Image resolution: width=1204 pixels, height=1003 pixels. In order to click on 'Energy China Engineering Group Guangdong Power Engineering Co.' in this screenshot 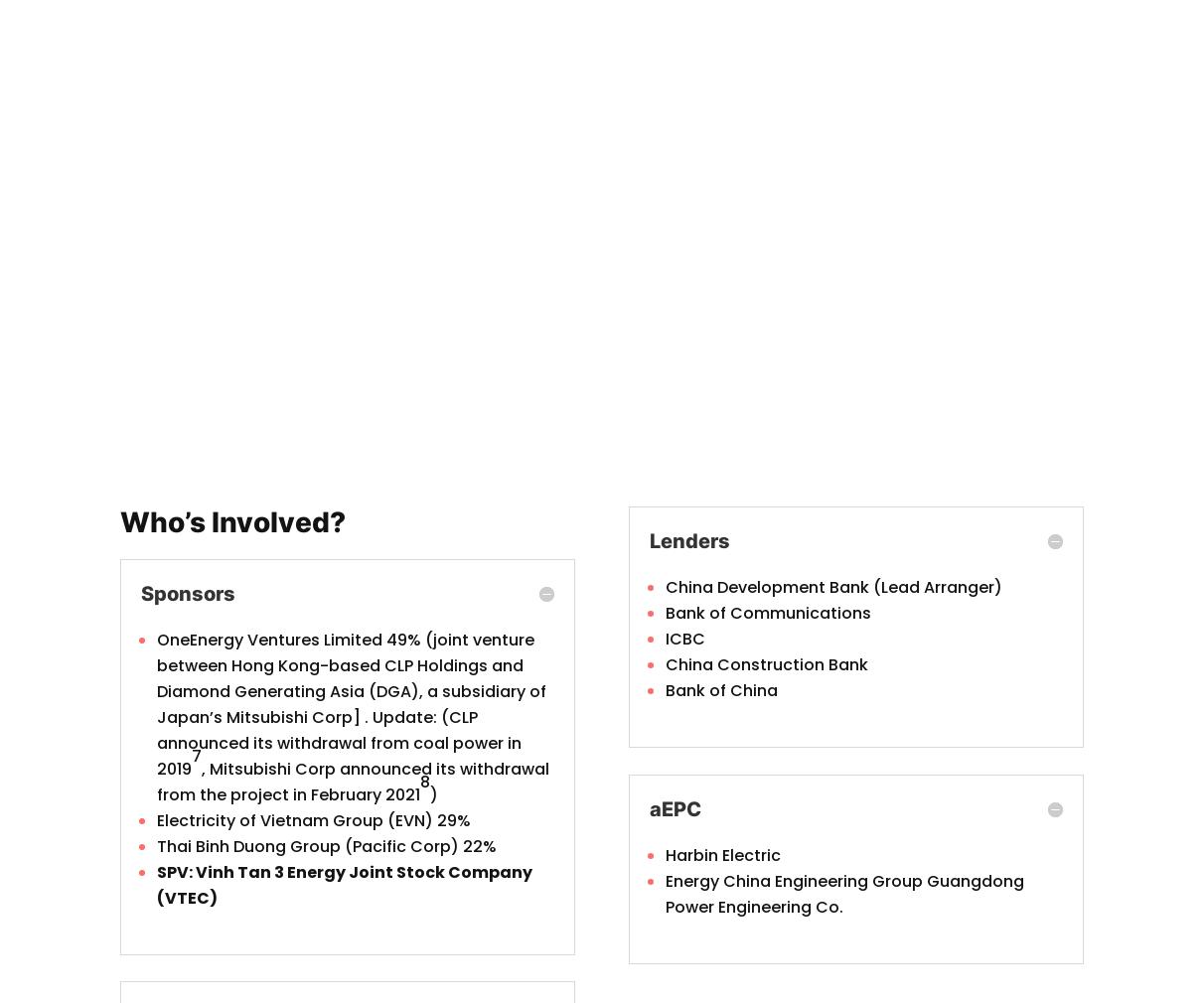, I will do `click(843, 893)`.